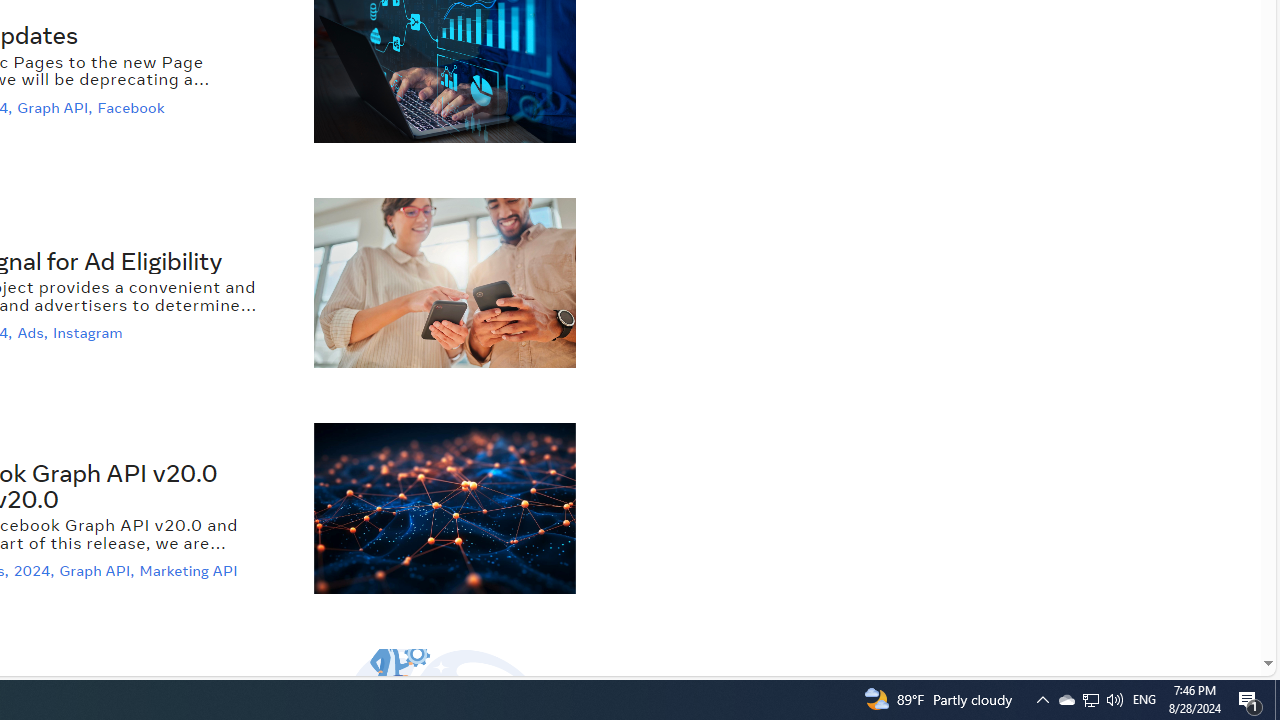 The height and width of the screenshot is (720, 1280). Describe the element at coordinates (34, 332) in the screenshot. I see `'Ads,'` at that location.